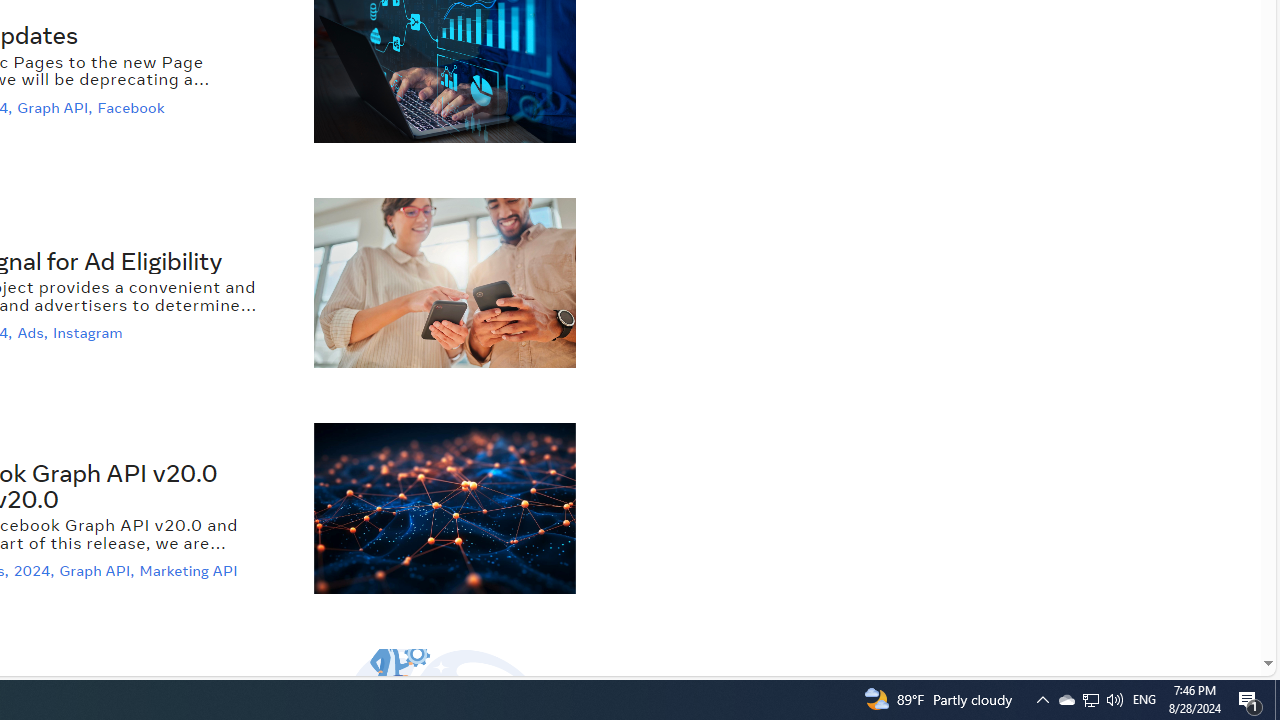 The height and width of the screenshot is (720, 1280). Describe the element at coordinates (34, 332) in the screenshot. I see `'Ads,'` at that location.